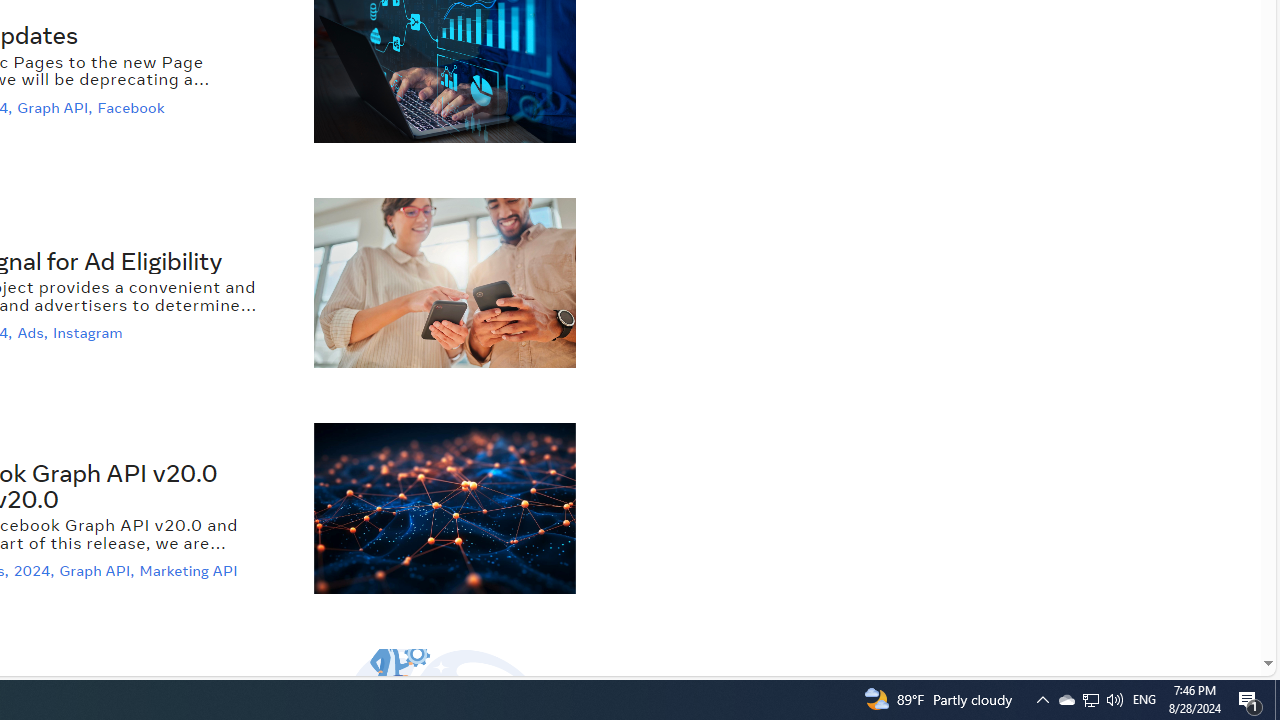 The height and width of the screenshot is (720, 1280). Describe the element at coordinates (34, 332) in the screenshot. I see `'Ads,'` at that location.